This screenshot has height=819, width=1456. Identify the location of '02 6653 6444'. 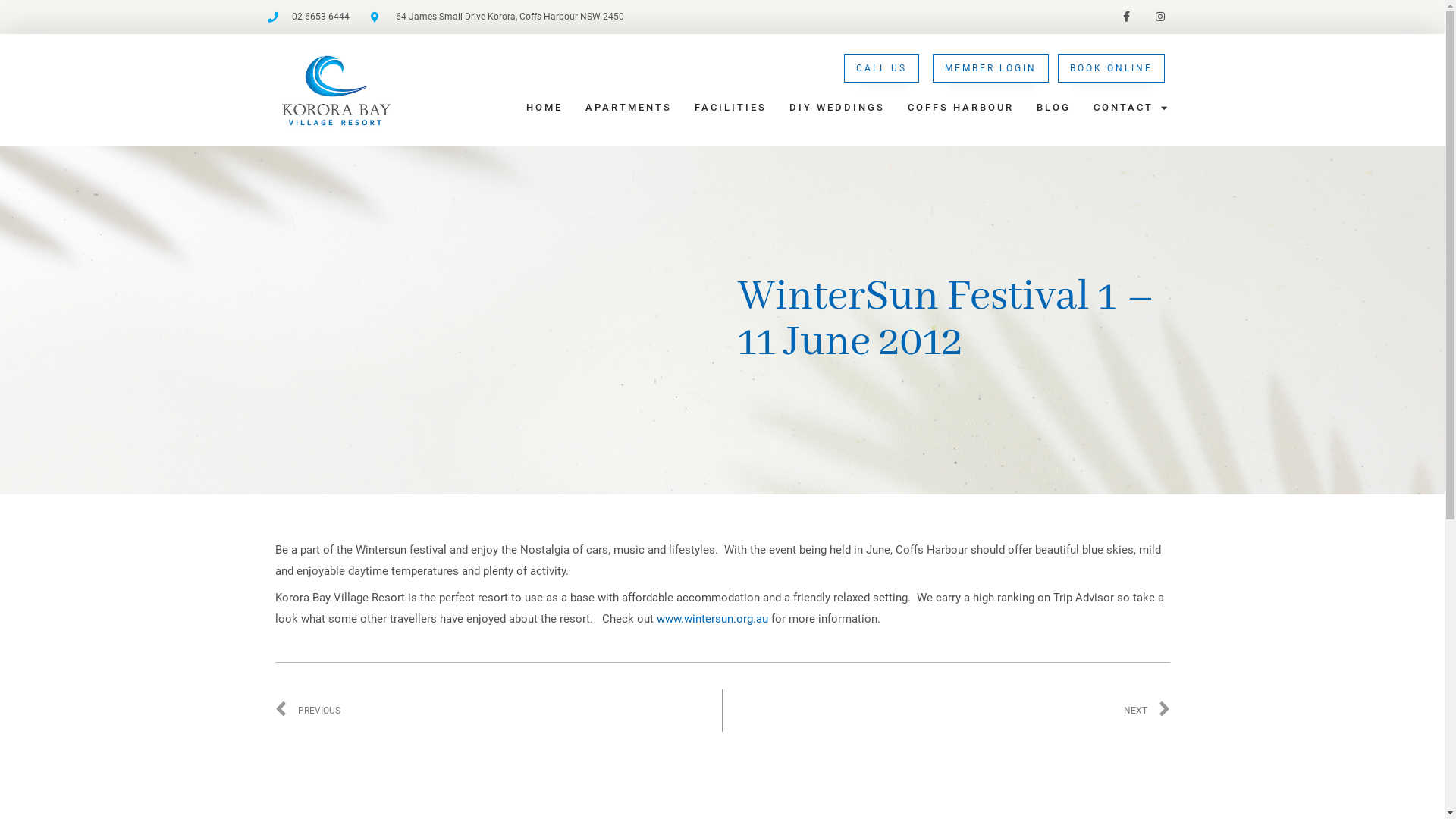
(307, 17).